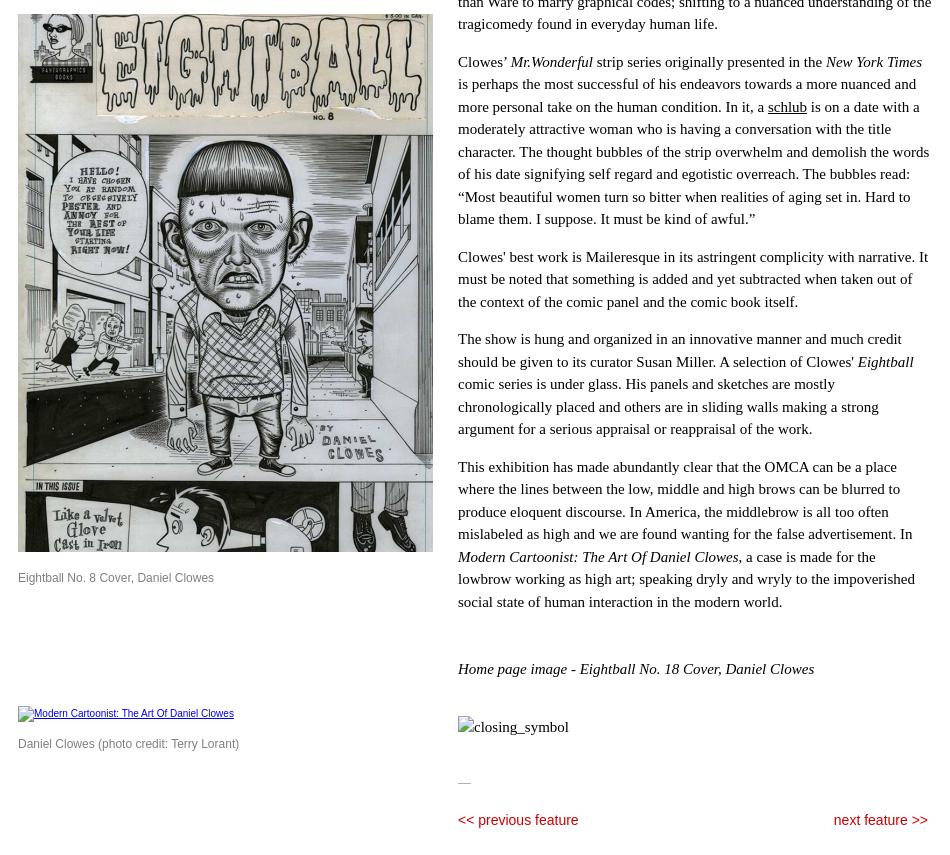 The height and width of the screenshot is (855, 950). I want to click on 'comic series is under glass. His panels and sketches are mostly chronologically placed and others are in sliding walls making a strong argument for a serious appraisal or reappraisal of the work.', so click(668, 406).